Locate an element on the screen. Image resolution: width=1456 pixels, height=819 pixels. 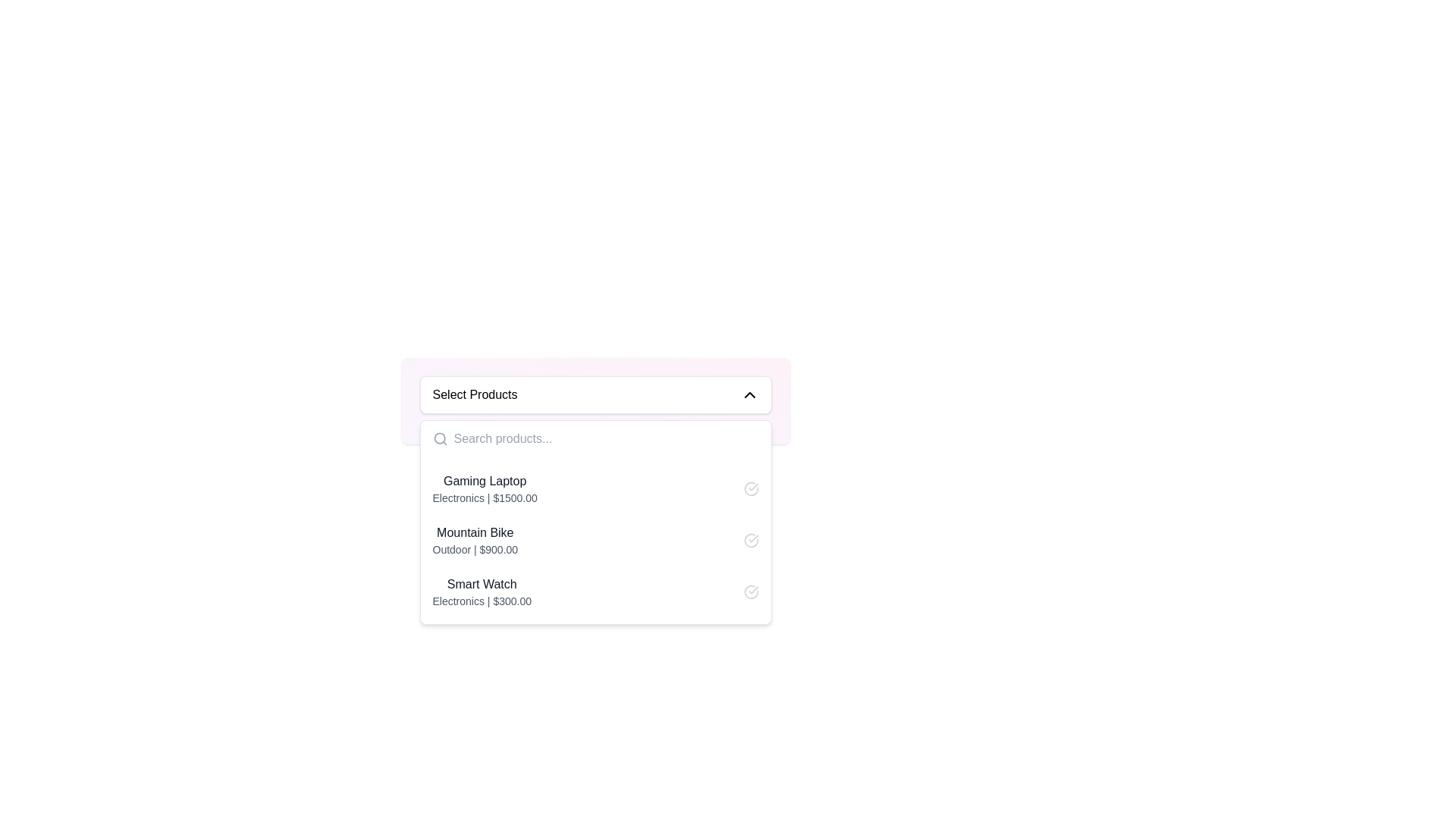
the text label that provides additional details about the product listed above it, positioned immediately below the 'Mountain Bike' text is located at coordinates (474, 550).